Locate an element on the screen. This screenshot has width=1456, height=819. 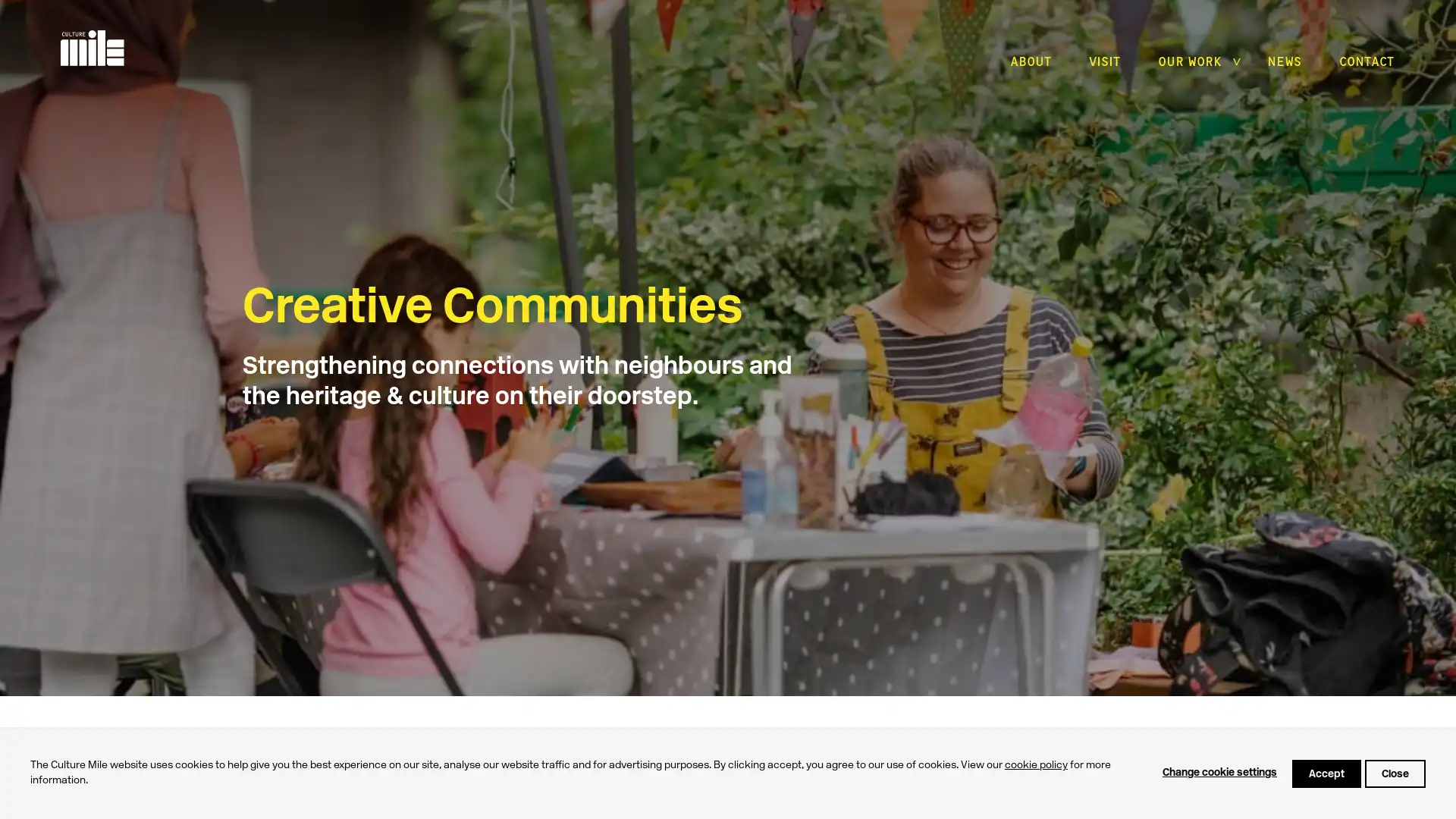
Accept is located at coordinates (1326, 773).